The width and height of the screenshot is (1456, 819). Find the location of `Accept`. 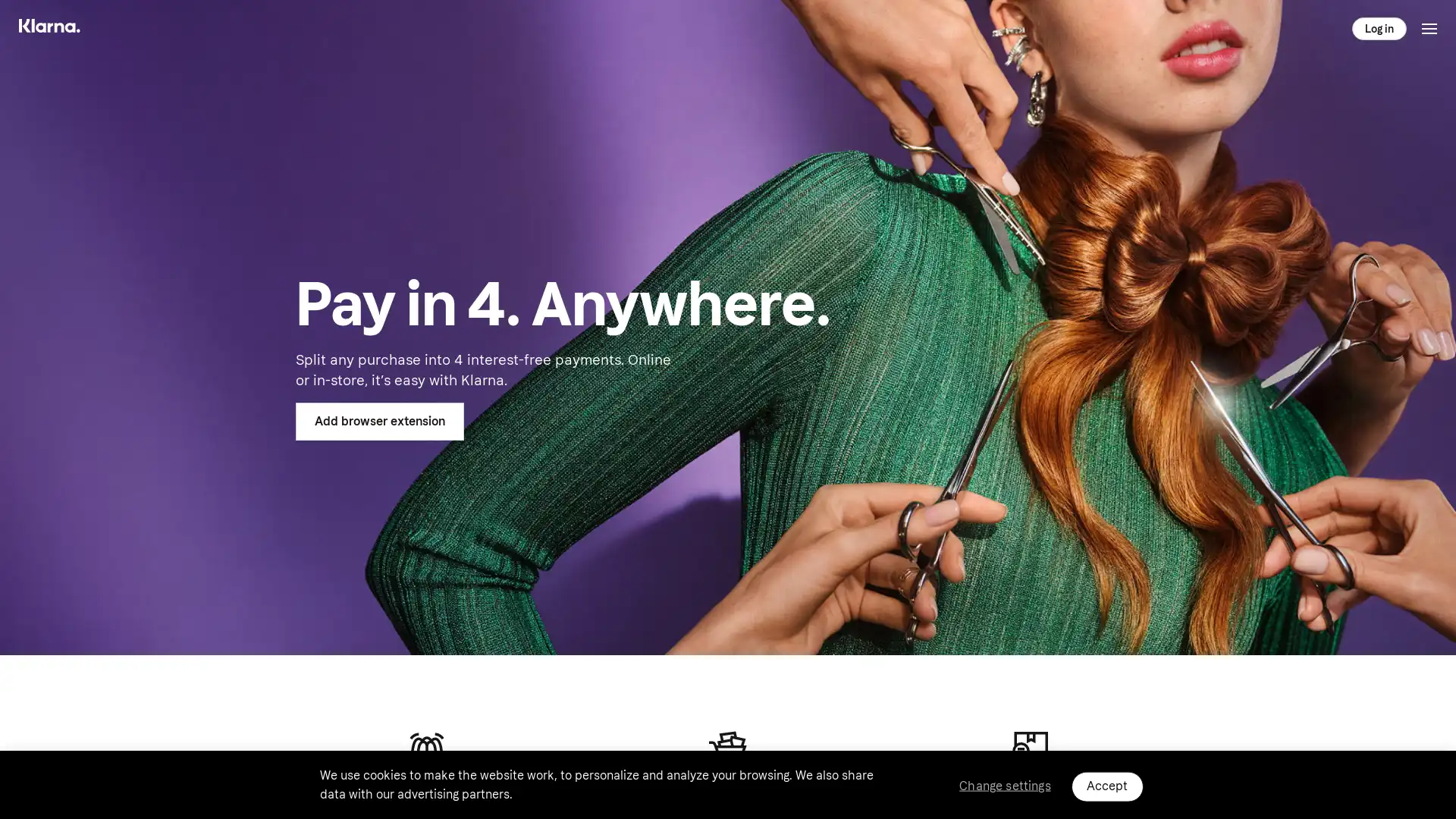

Accept is located at coordinates (1106, 786).